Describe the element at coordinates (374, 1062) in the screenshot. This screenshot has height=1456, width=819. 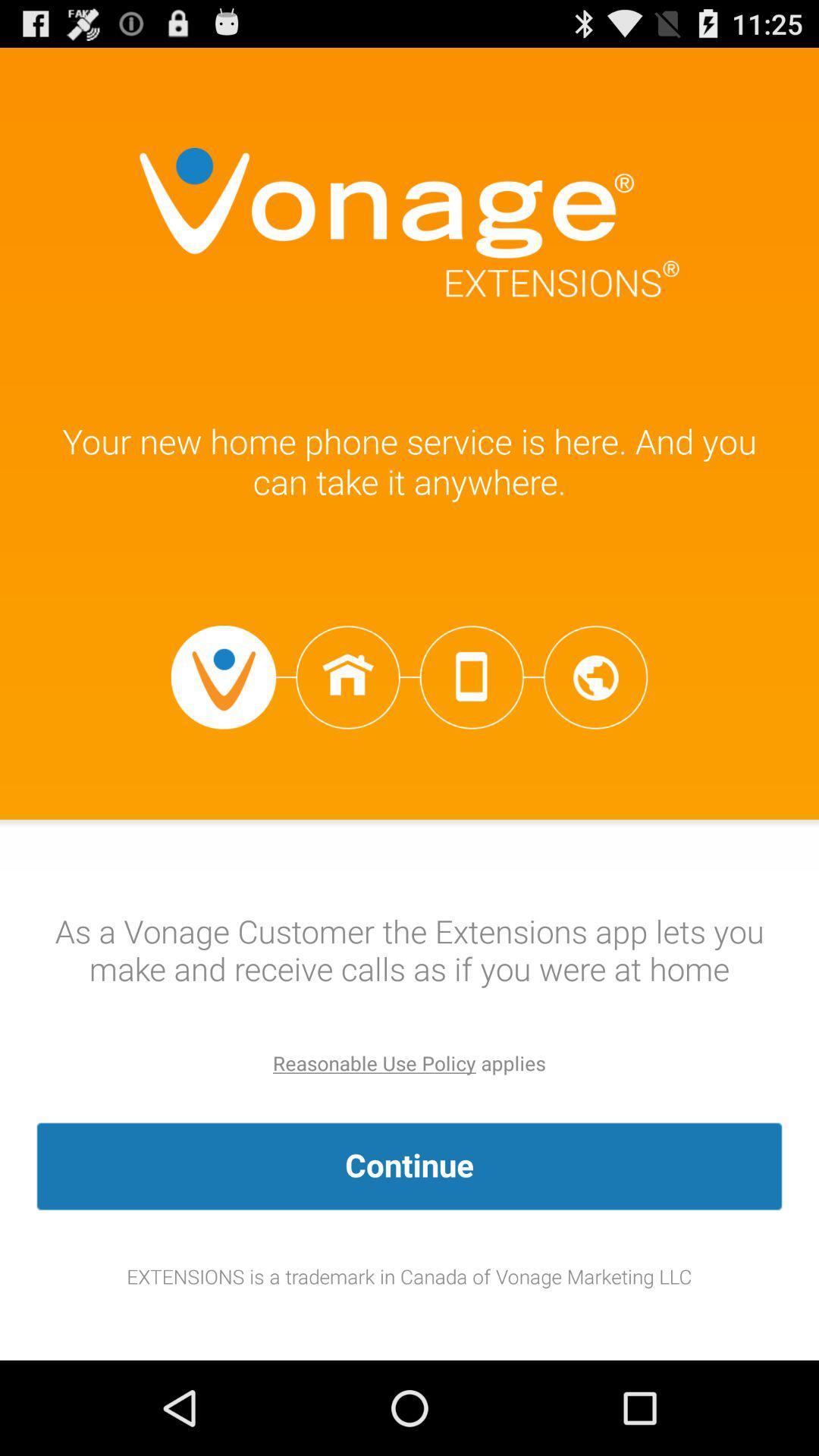
I see `item next to  applies icon` at that location.